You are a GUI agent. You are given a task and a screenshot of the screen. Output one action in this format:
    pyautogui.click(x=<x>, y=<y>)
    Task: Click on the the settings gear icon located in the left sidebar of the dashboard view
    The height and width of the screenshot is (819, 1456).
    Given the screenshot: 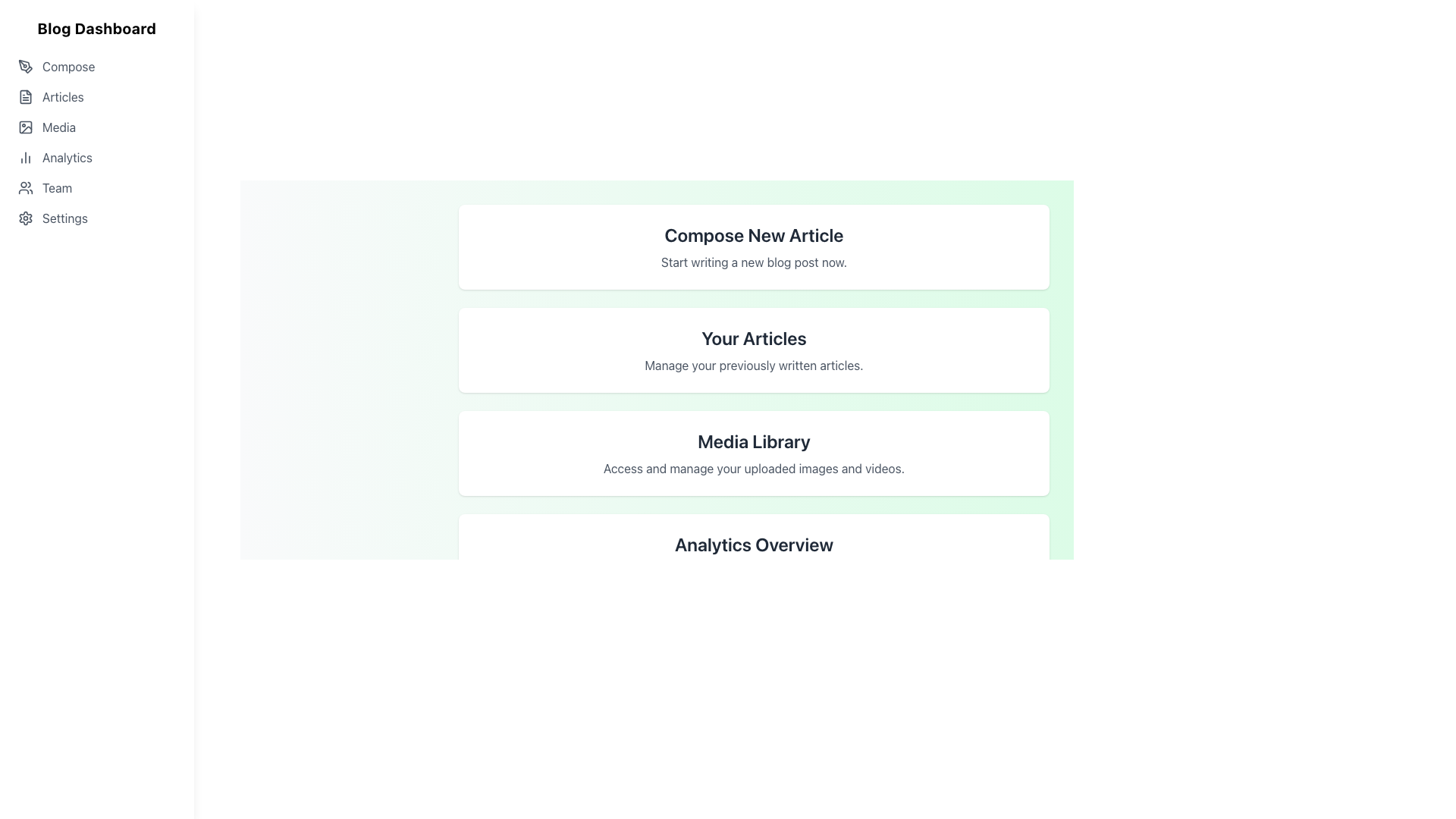 What is the action you would take?
    pyautogui.click(x=25, y=218)
    